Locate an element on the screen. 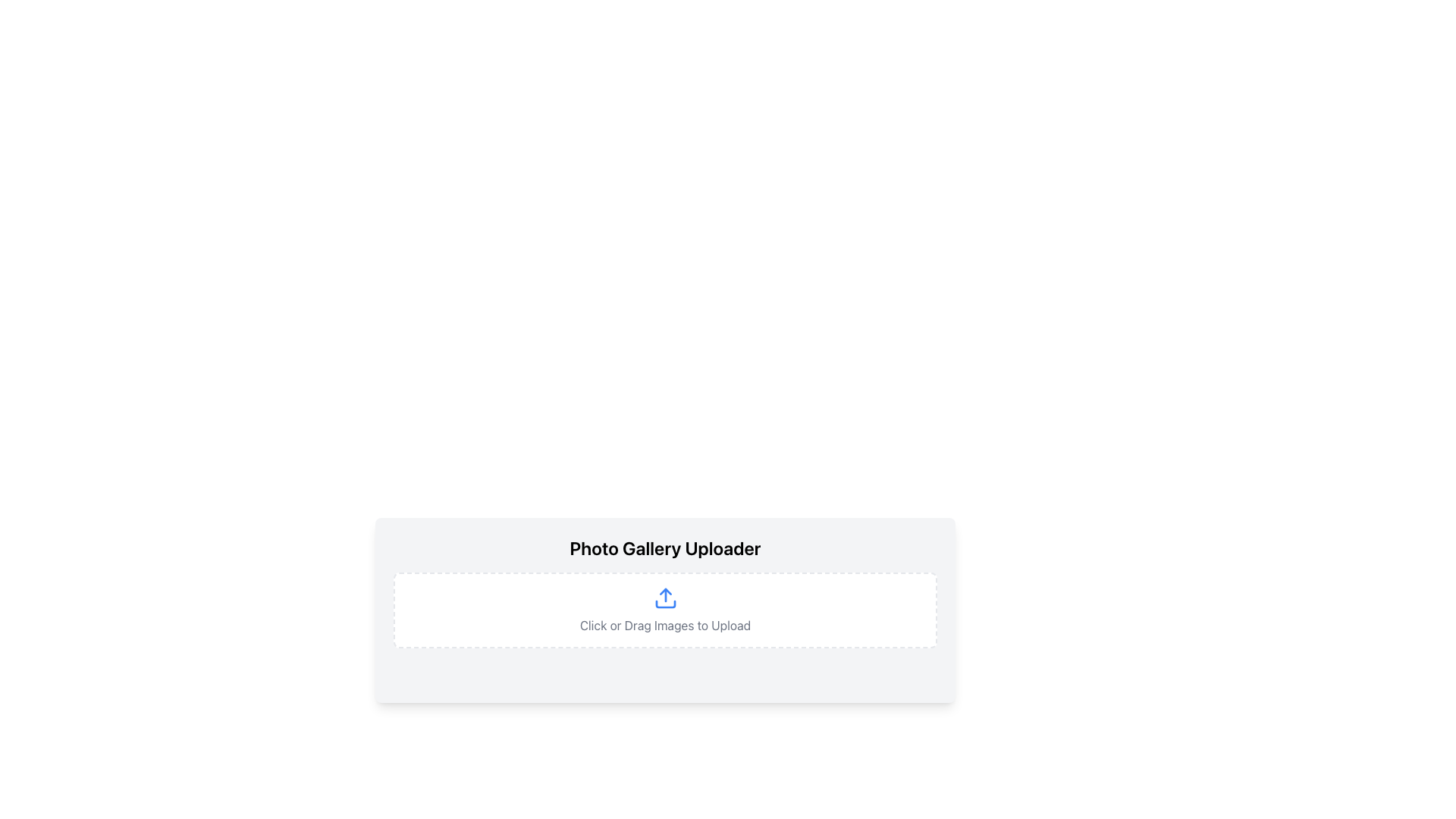 The height and width of the screenshot is (819, 1456). the uploader icon located within the dashed-bordered area above the text 'Click or Drag Images to Upload' is located at coordinates (665, 598).